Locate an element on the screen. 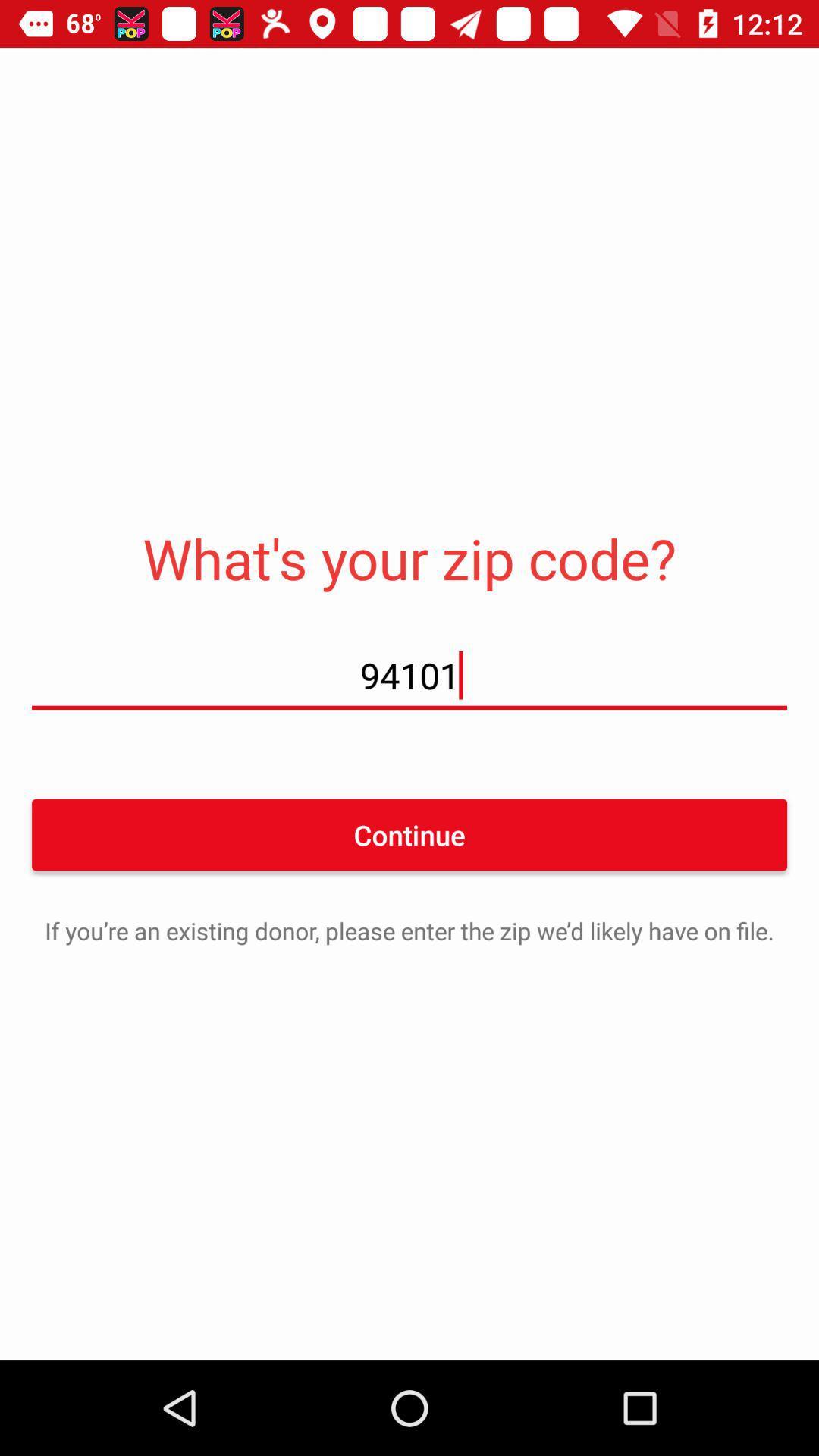 This screenshot has height=1456, width=819. the item below what s your icon is located at coordinates (409, 674).